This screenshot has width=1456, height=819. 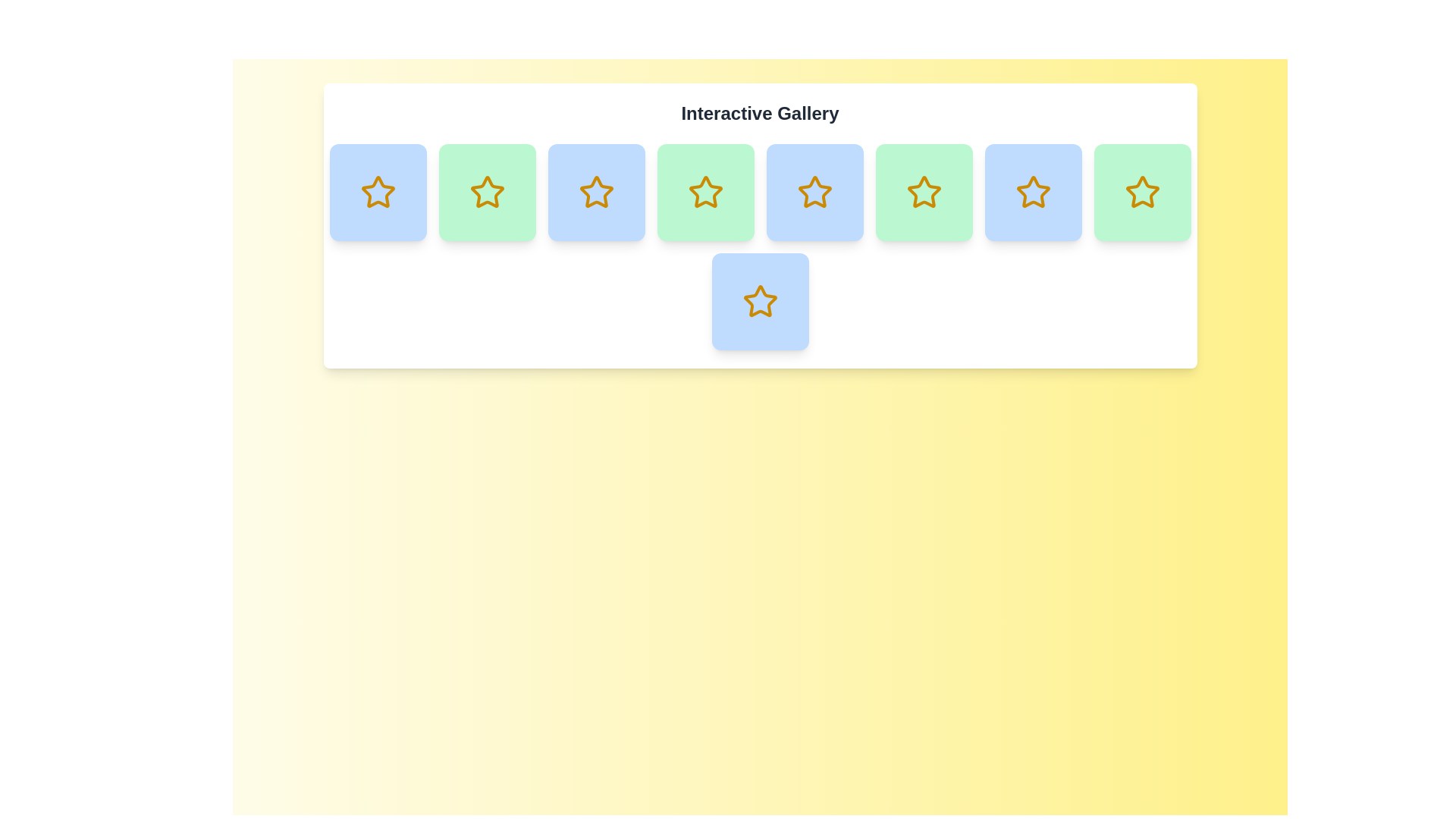 What do you see at coordinates (1142, 192) in the screenshot?
I see `the decorative green tile with rounded corners that features a central yellow outlined star-shaped icon, which is the last in a horizontal sequence of similar tiles` at bounding box center [1142, 192].